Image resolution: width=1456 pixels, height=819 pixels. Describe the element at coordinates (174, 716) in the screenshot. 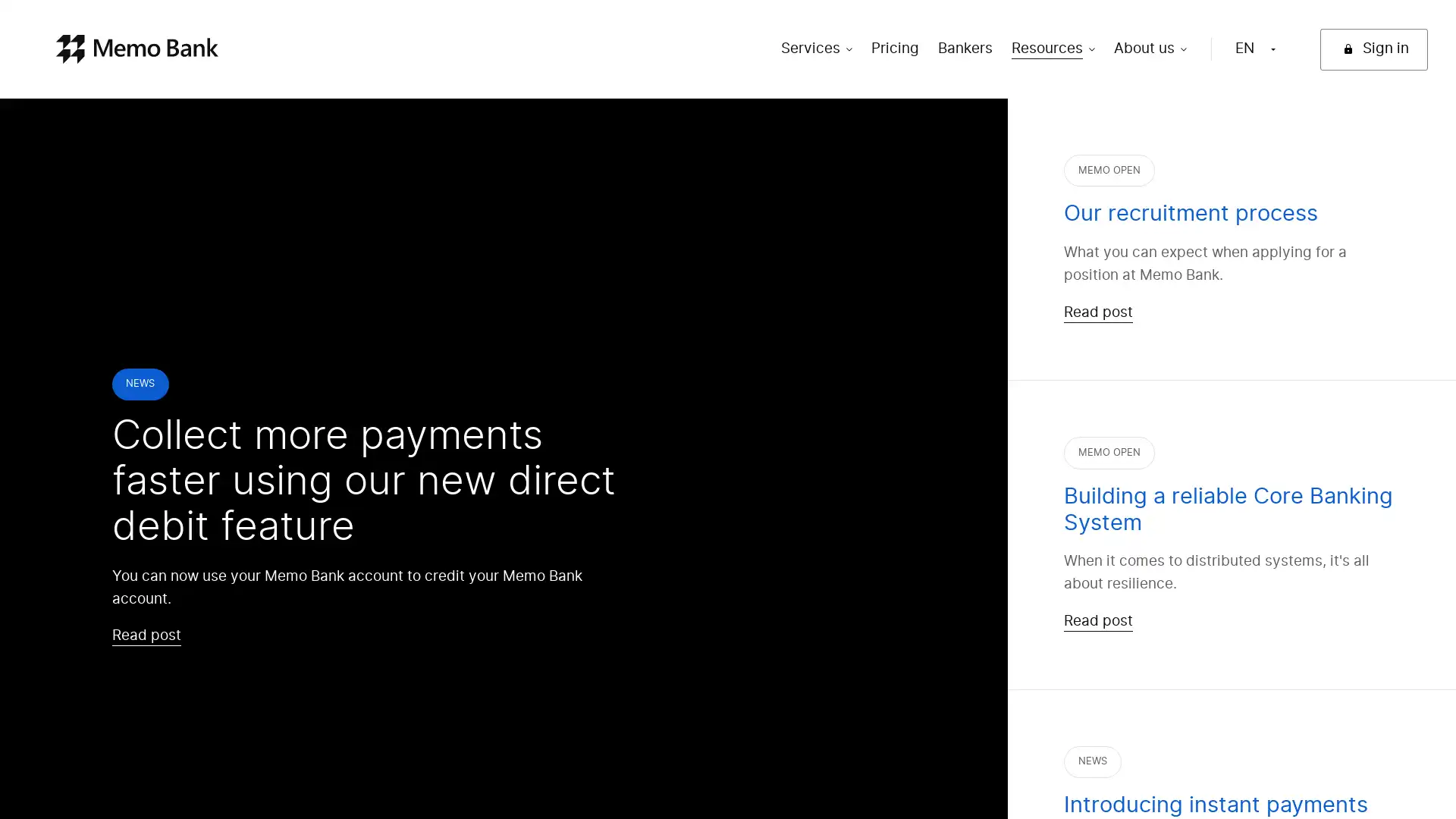

I see `Consents certified by` at that location.